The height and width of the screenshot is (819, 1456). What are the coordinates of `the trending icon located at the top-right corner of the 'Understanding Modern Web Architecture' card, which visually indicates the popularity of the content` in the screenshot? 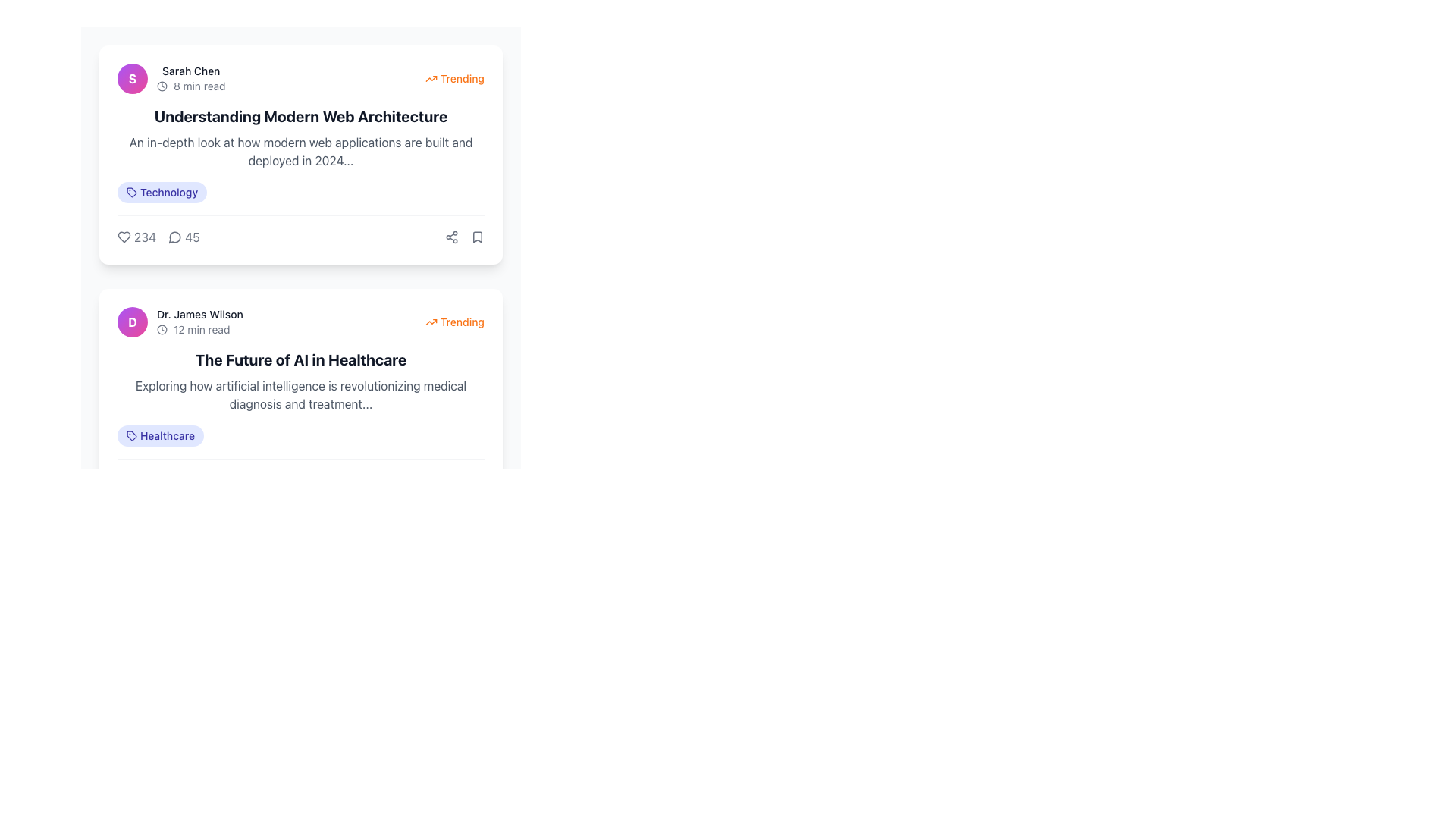 It's located at (430, 79).